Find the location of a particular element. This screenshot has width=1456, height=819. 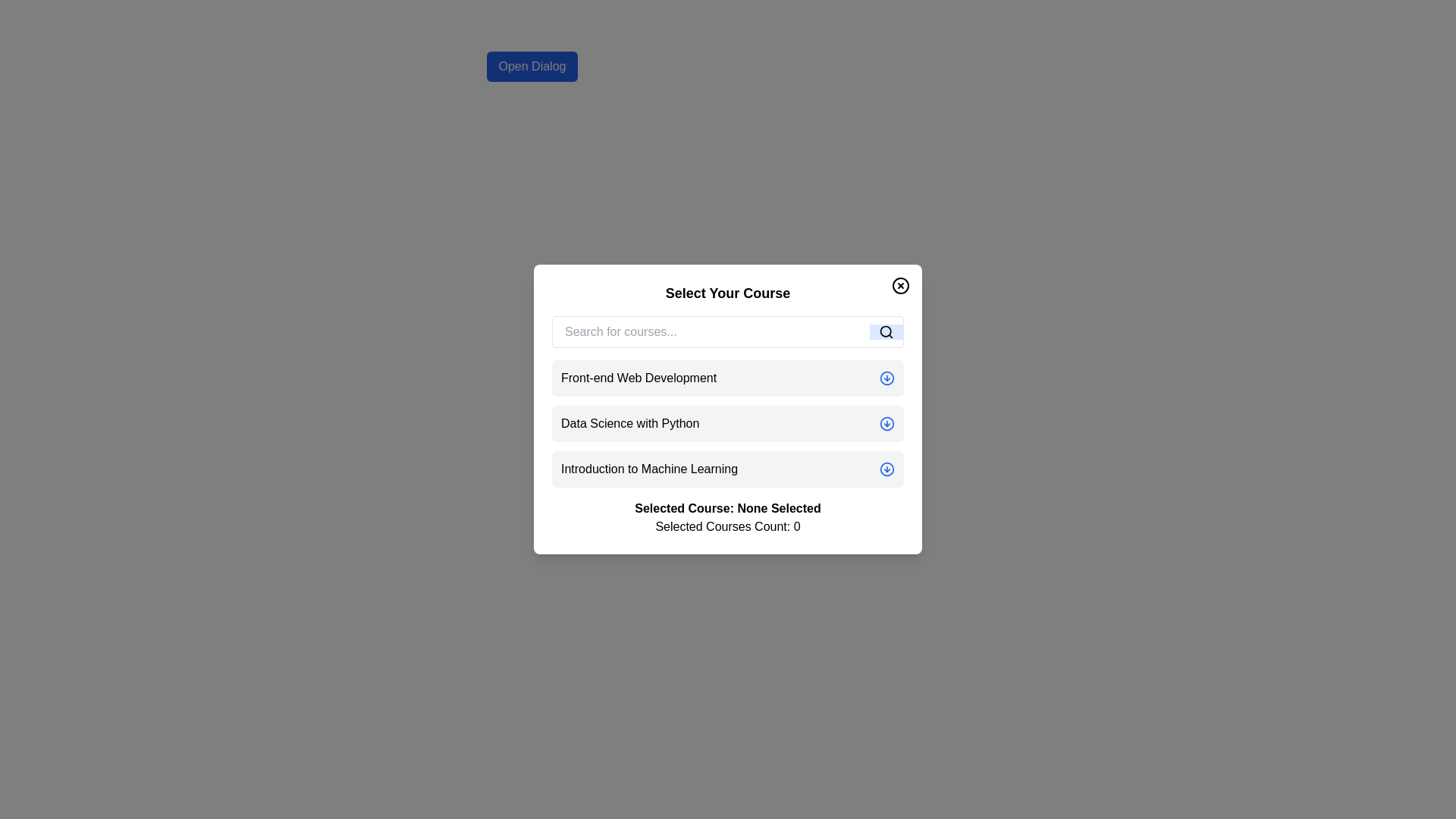

the input field of the search bar located within the 'Select Your Course' dialog to focus on it is located at coordinates (728, 331).